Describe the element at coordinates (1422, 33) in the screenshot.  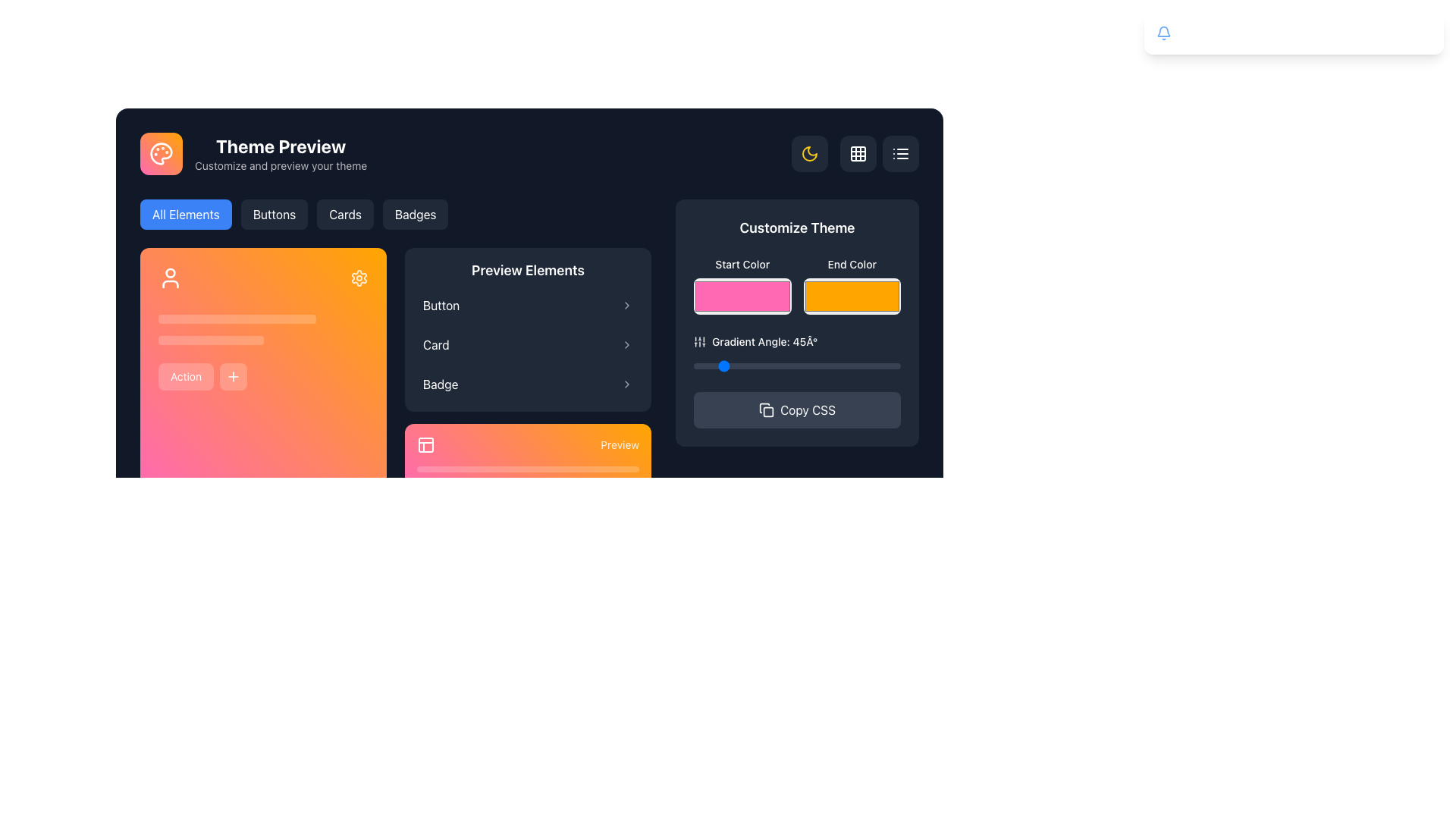
I see `the dismiss button located in the top-right corner of the notification box` at that location.